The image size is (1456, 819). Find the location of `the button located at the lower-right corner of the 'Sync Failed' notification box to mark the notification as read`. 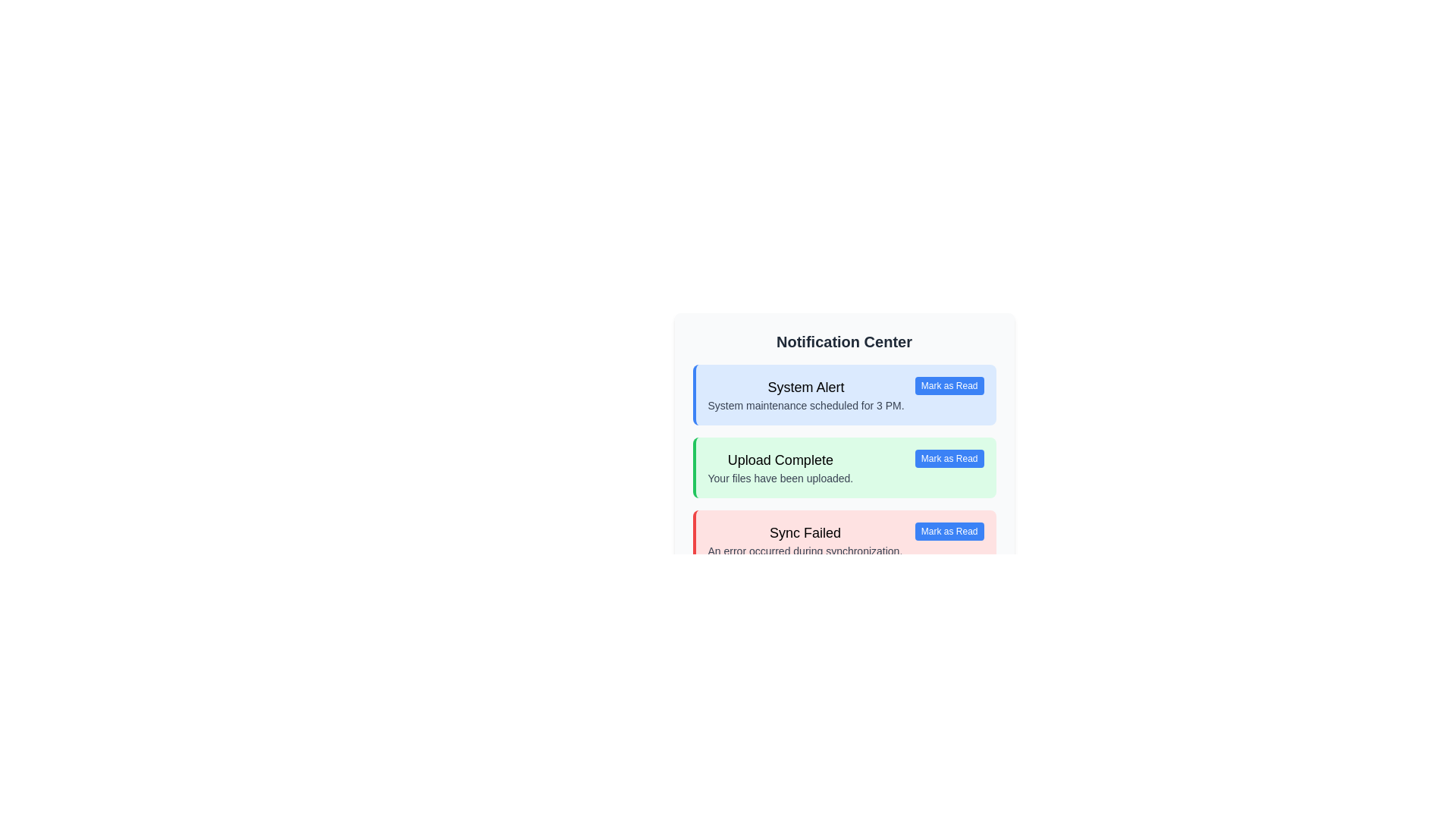

the button located at the lower-right corner of the 'Sync Failed' notification box to mark the notification as read is located at coordinates (949, 531).